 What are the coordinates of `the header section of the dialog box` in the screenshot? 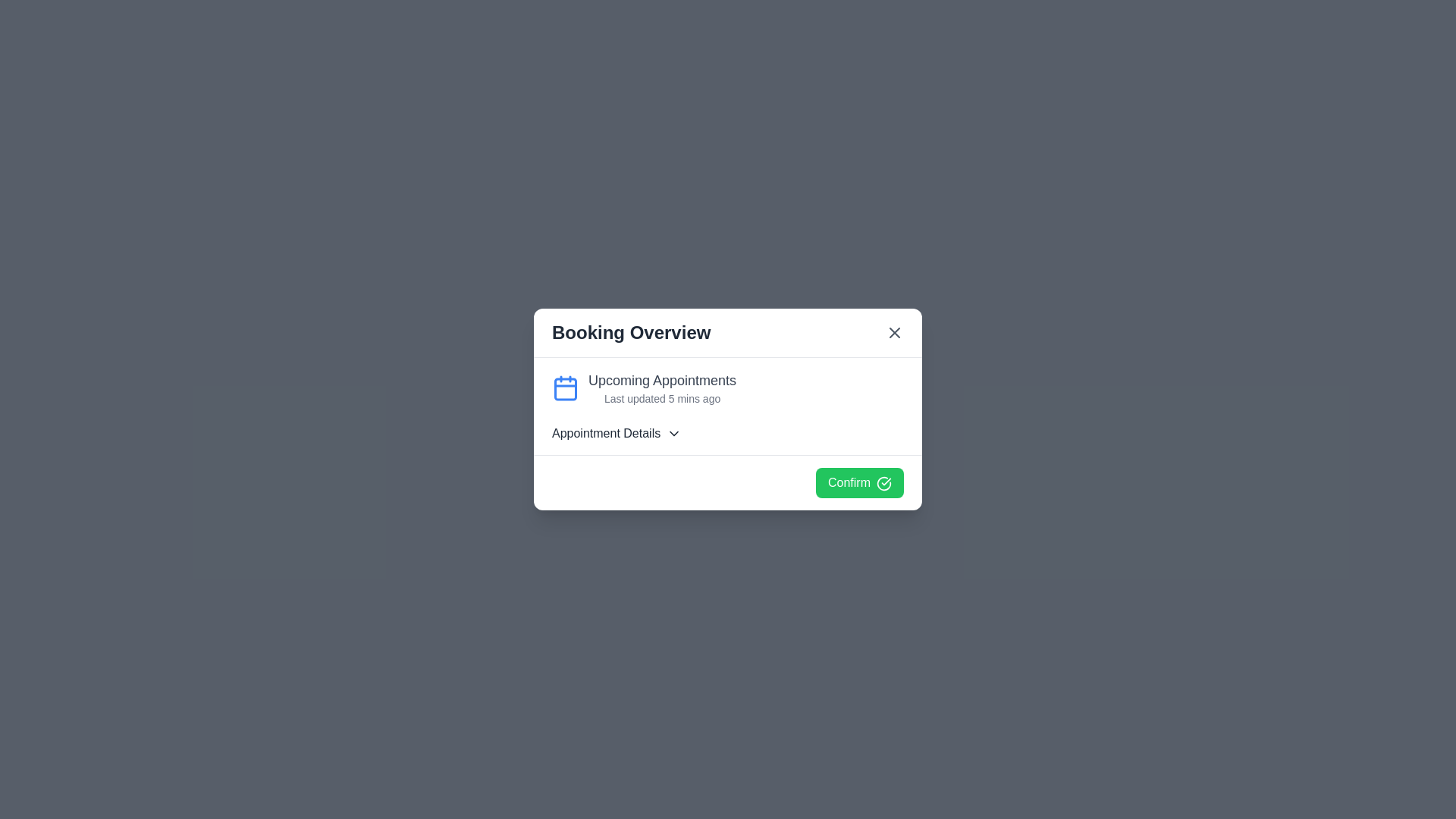 It's located at (728, 332).